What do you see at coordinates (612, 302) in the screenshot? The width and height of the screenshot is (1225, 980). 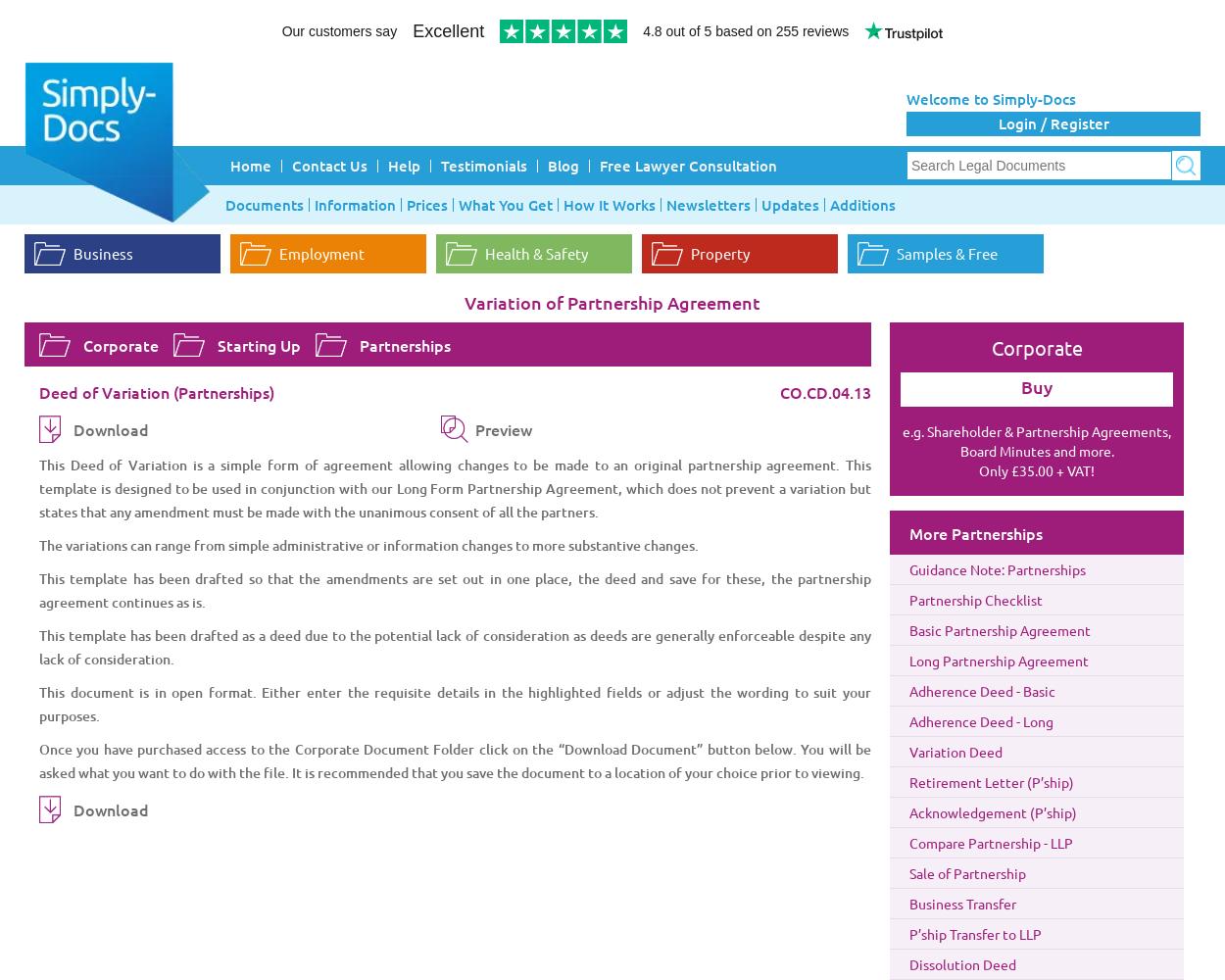 I see `'Variation of Partnership Agreement'` at bounding box center [612, 302].